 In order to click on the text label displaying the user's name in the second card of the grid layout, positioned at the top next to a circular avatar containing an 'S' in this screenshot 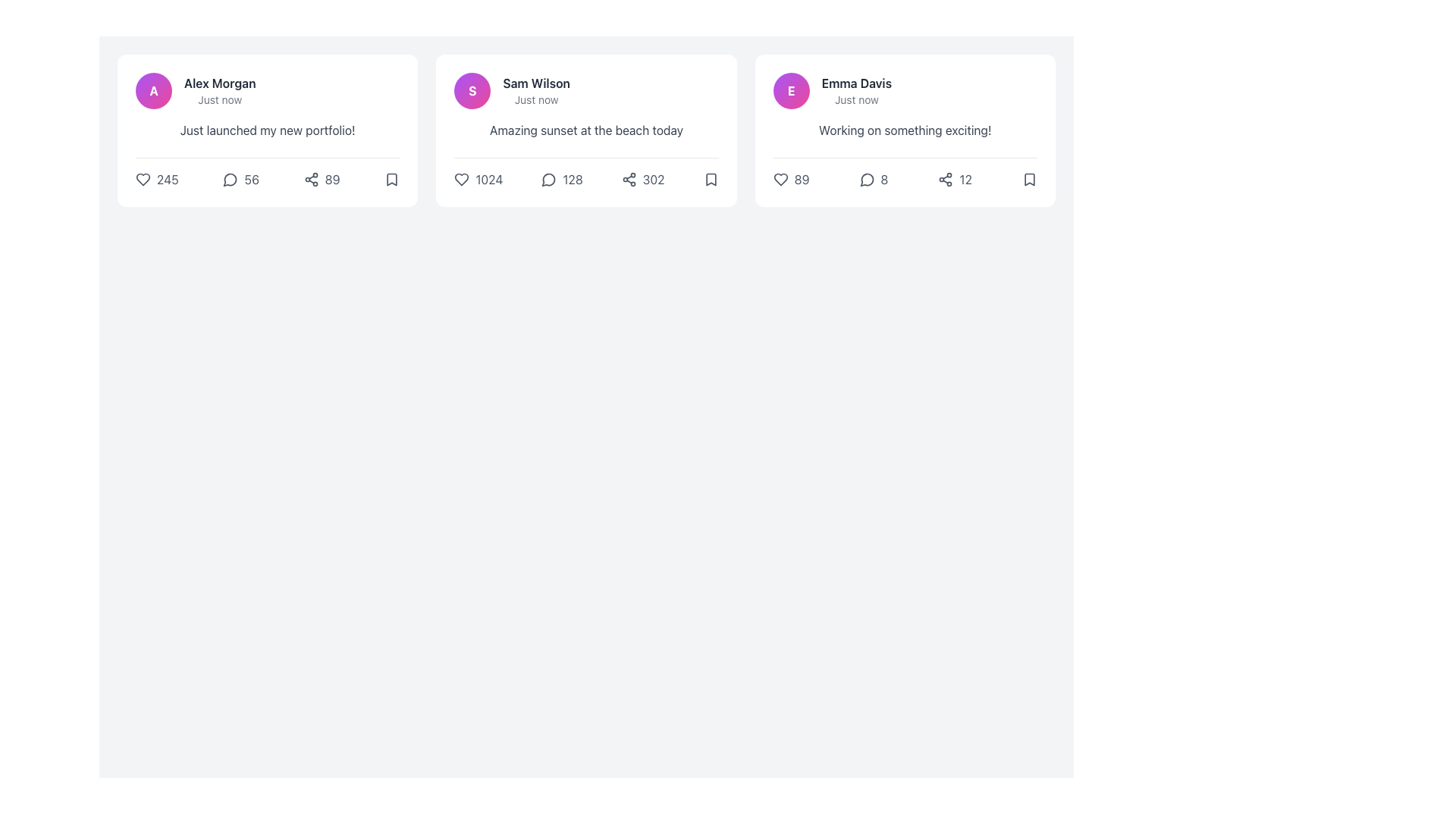, I will do `click(536, 83)`.